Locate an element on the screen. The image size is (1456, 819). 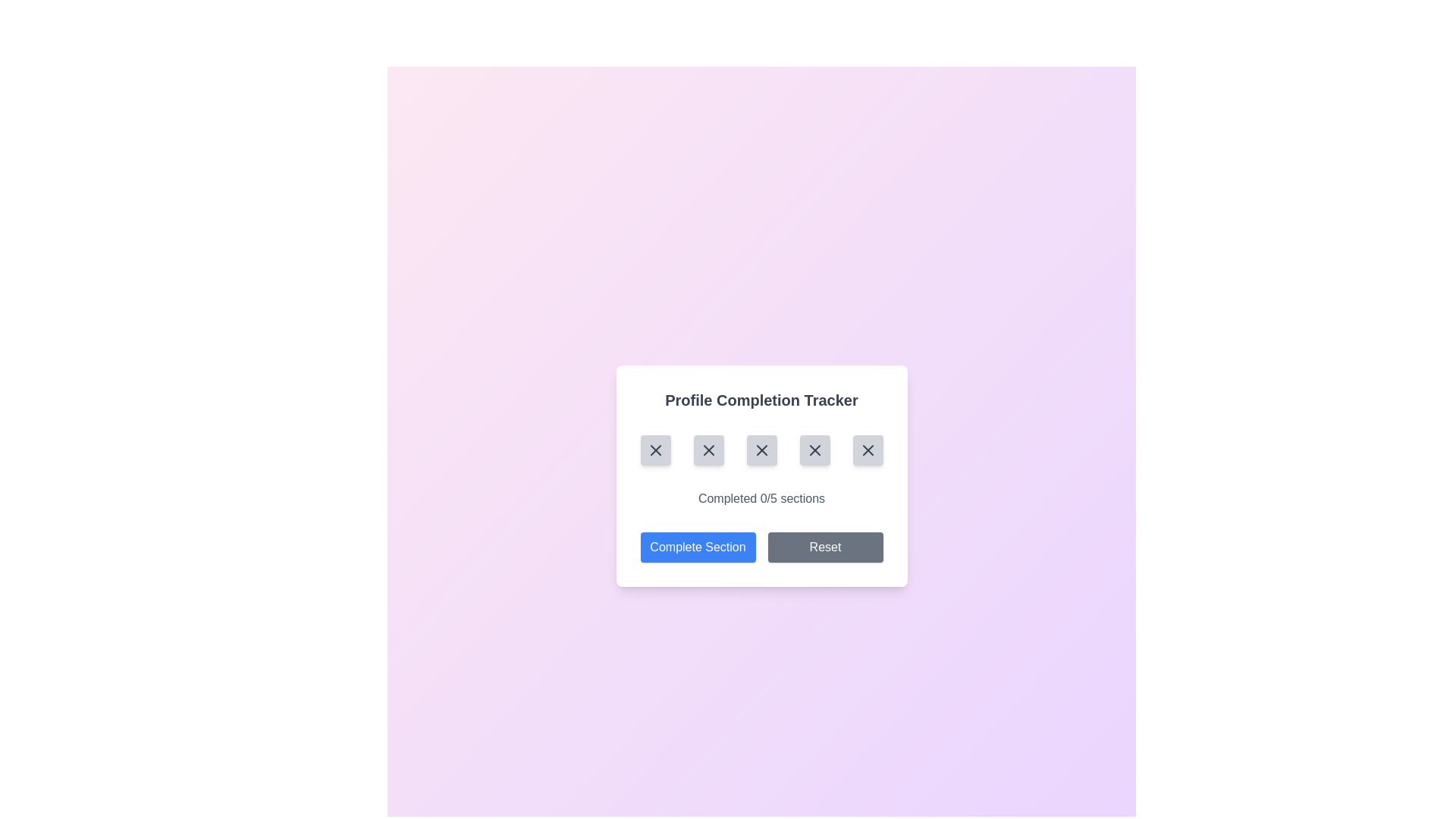
the leftmost icon button in the 'Profile Completion Tracker' section, which represents an incomplete step in the progress tracker is located at coordinates (655, 450).